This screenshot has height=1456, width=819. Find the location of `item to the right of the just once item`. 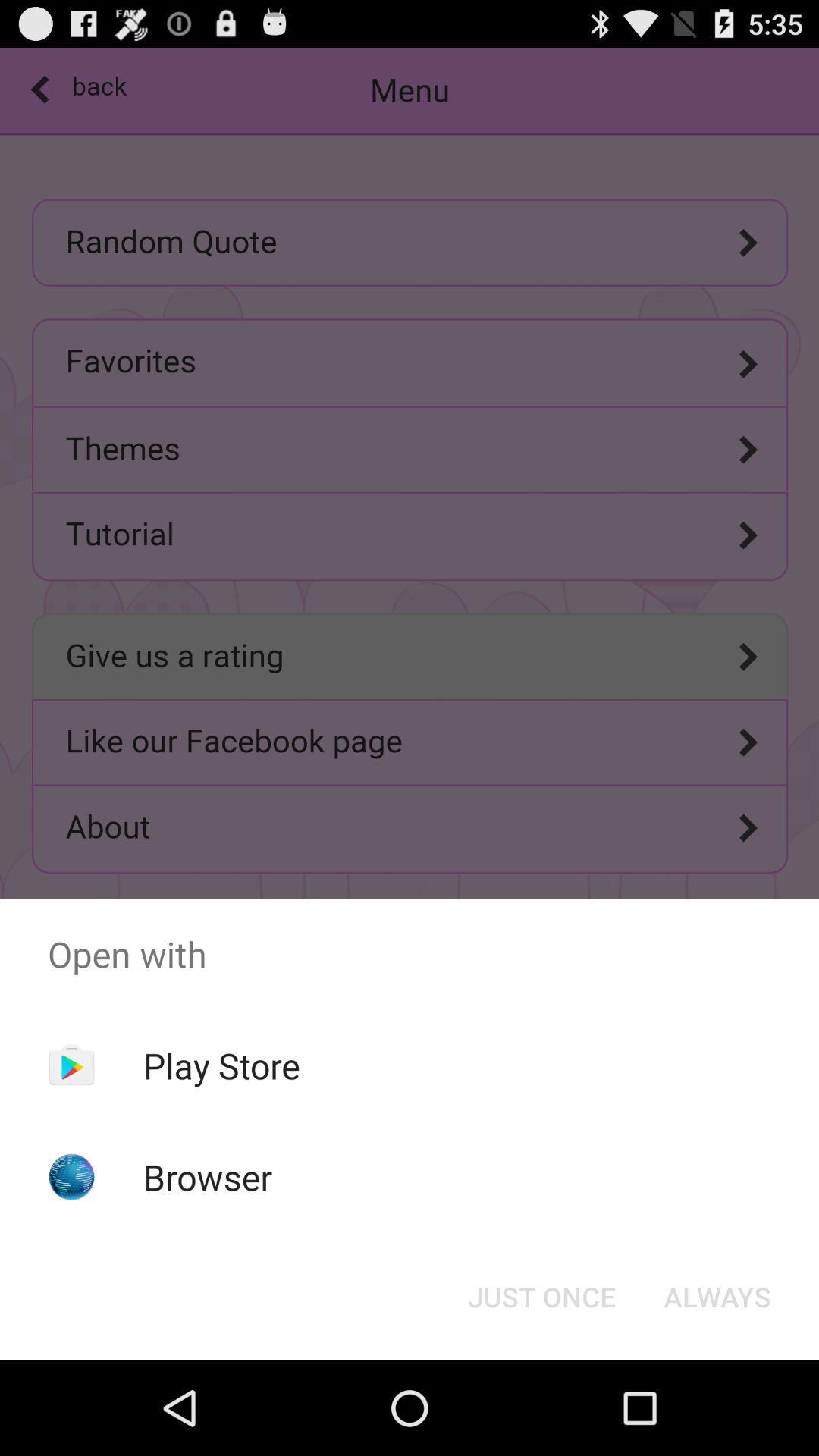

item to the right of the just once item is located at coordinates (717, 1295).